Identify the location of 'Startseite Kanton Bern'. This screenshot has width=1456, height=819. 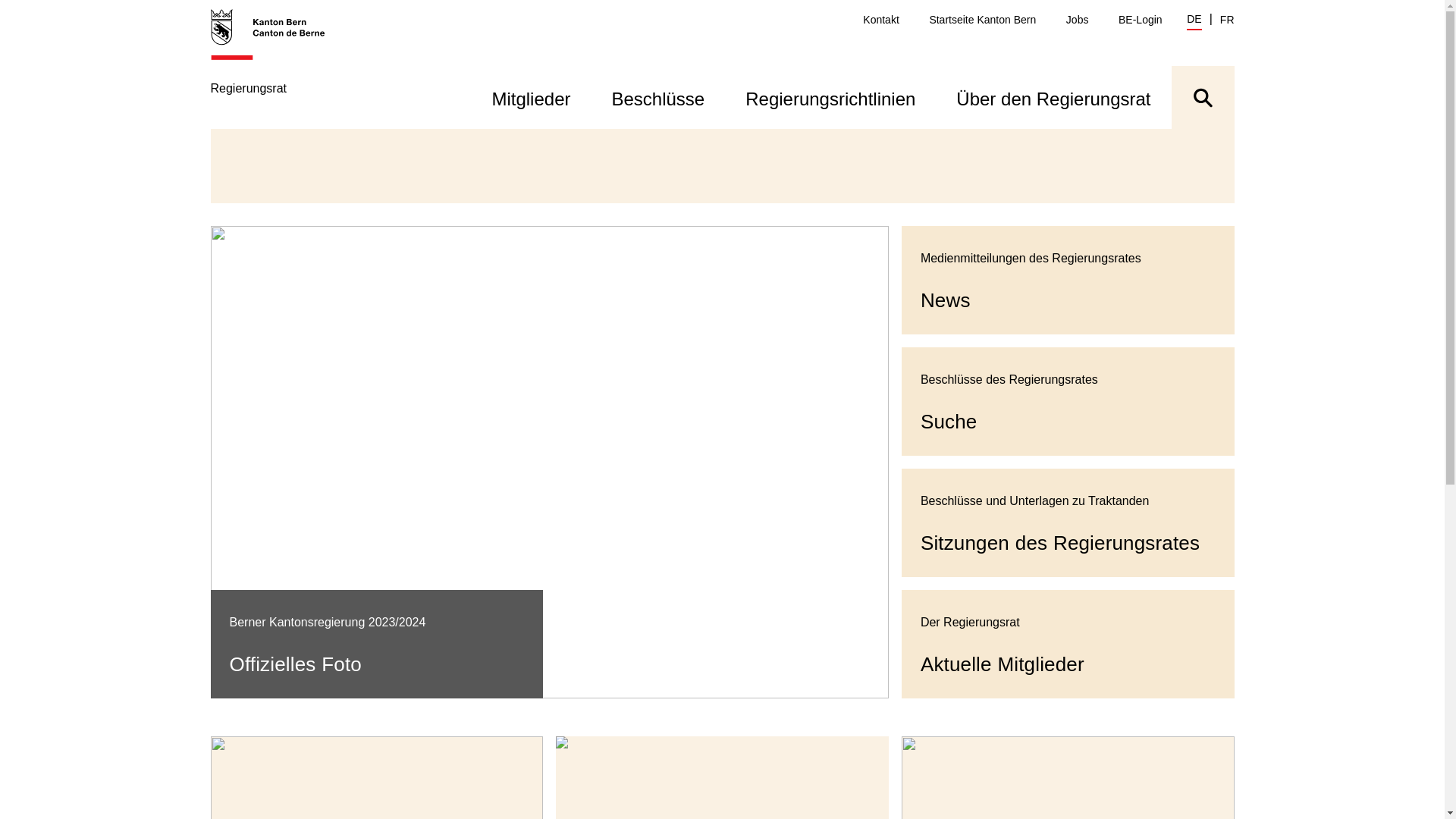
(982, 20).